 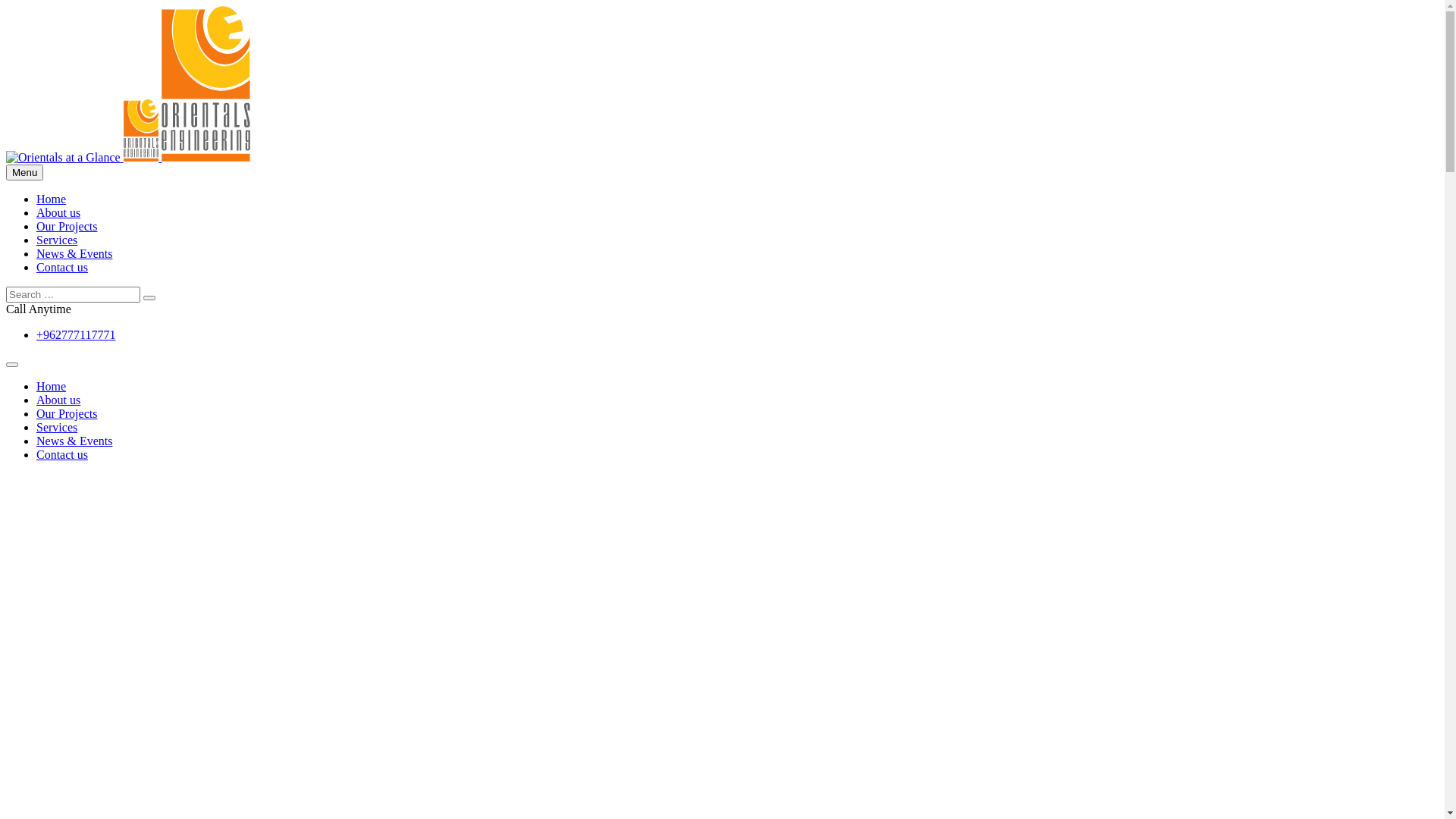 I want to click on 'News & Events', so click(x=73, y=253).